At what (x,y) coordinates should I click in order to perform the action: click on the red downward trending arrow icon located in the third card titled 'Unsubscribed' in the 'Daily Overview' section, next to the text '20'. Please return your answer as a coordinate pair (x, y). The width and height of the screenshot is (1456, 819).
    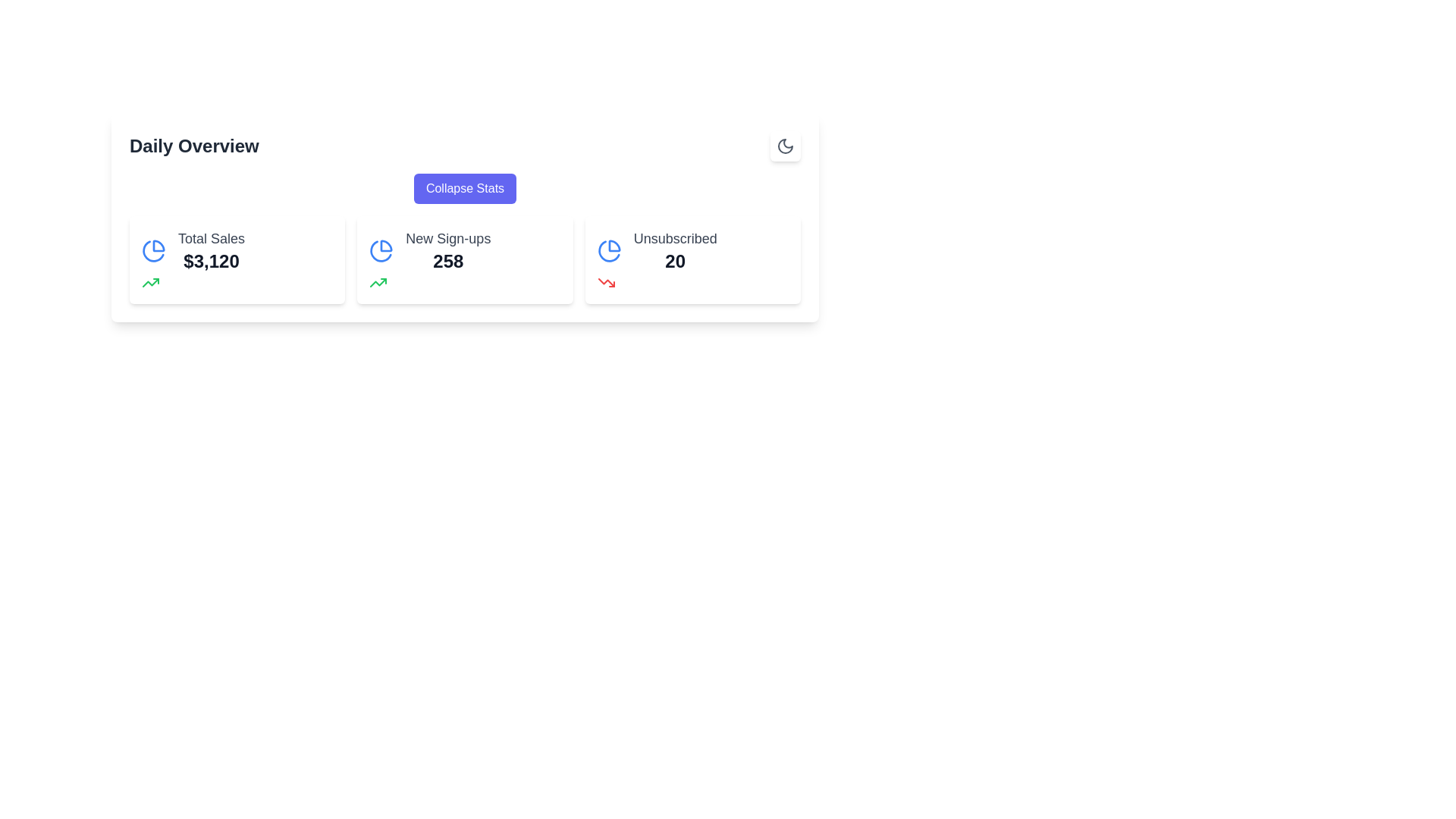
    Looking at the image, I should click on (605, 283).